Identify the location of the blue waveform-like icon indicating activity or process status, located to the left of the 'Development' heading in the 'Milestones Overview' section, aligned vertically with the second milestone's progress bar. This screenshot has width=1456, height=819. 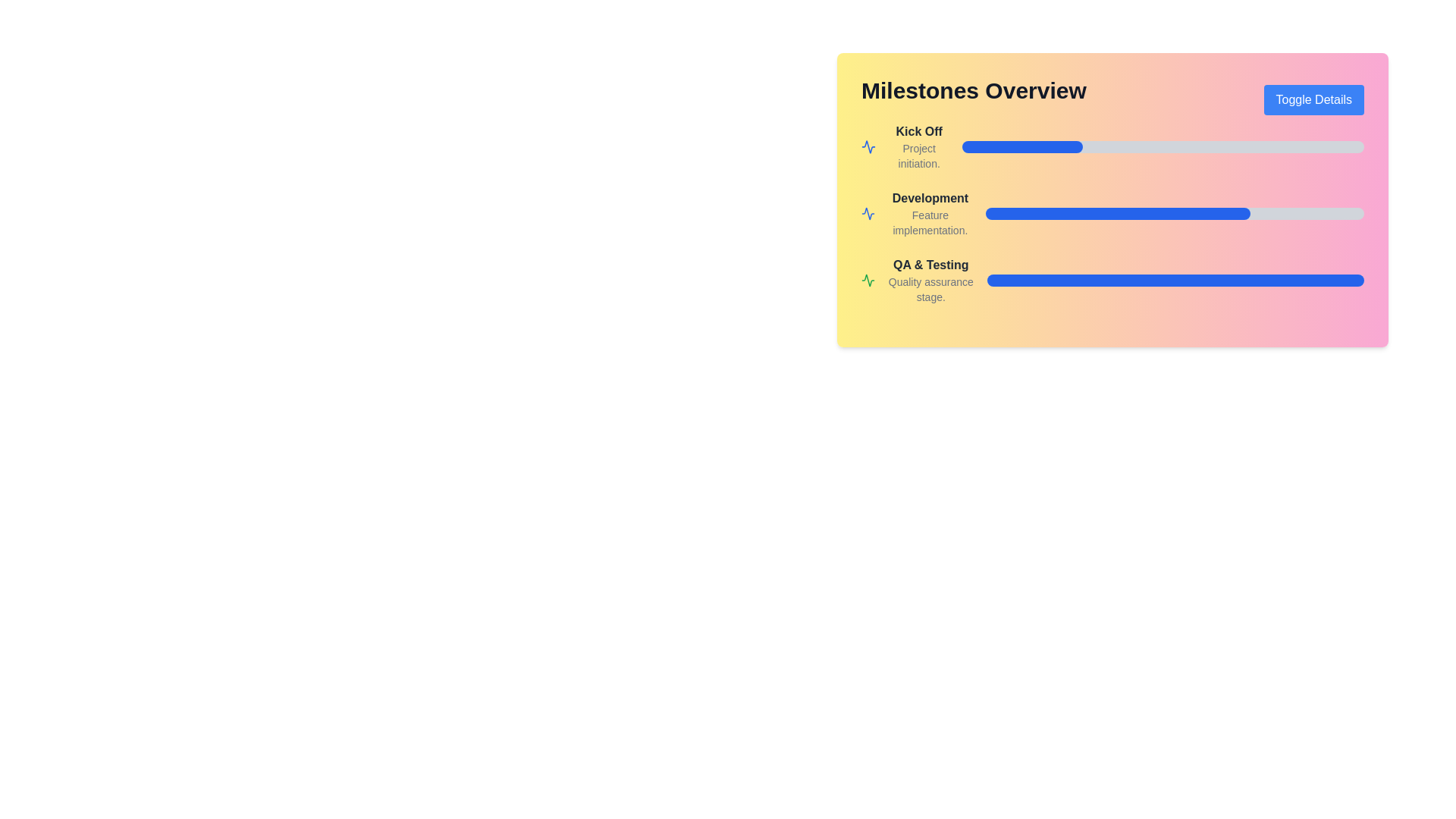
(868, 146).